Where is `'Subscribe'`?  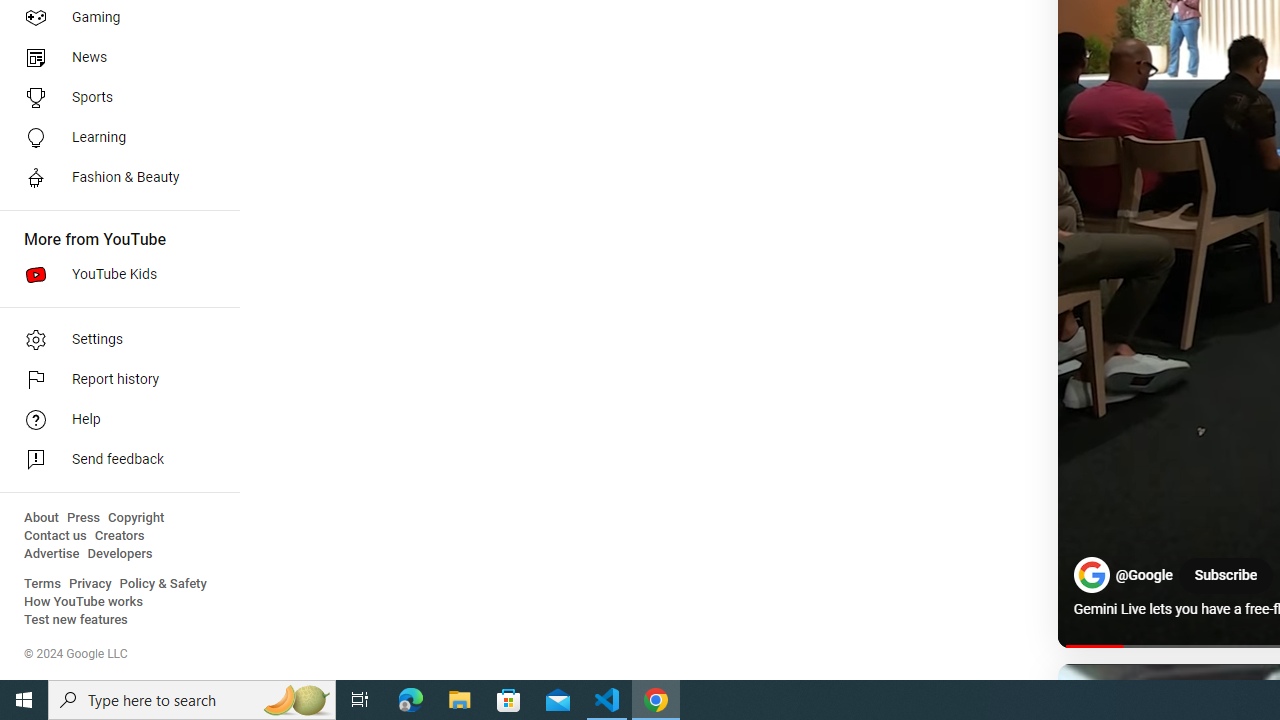
'Subscribe' is located at coordinates (1224, 576).